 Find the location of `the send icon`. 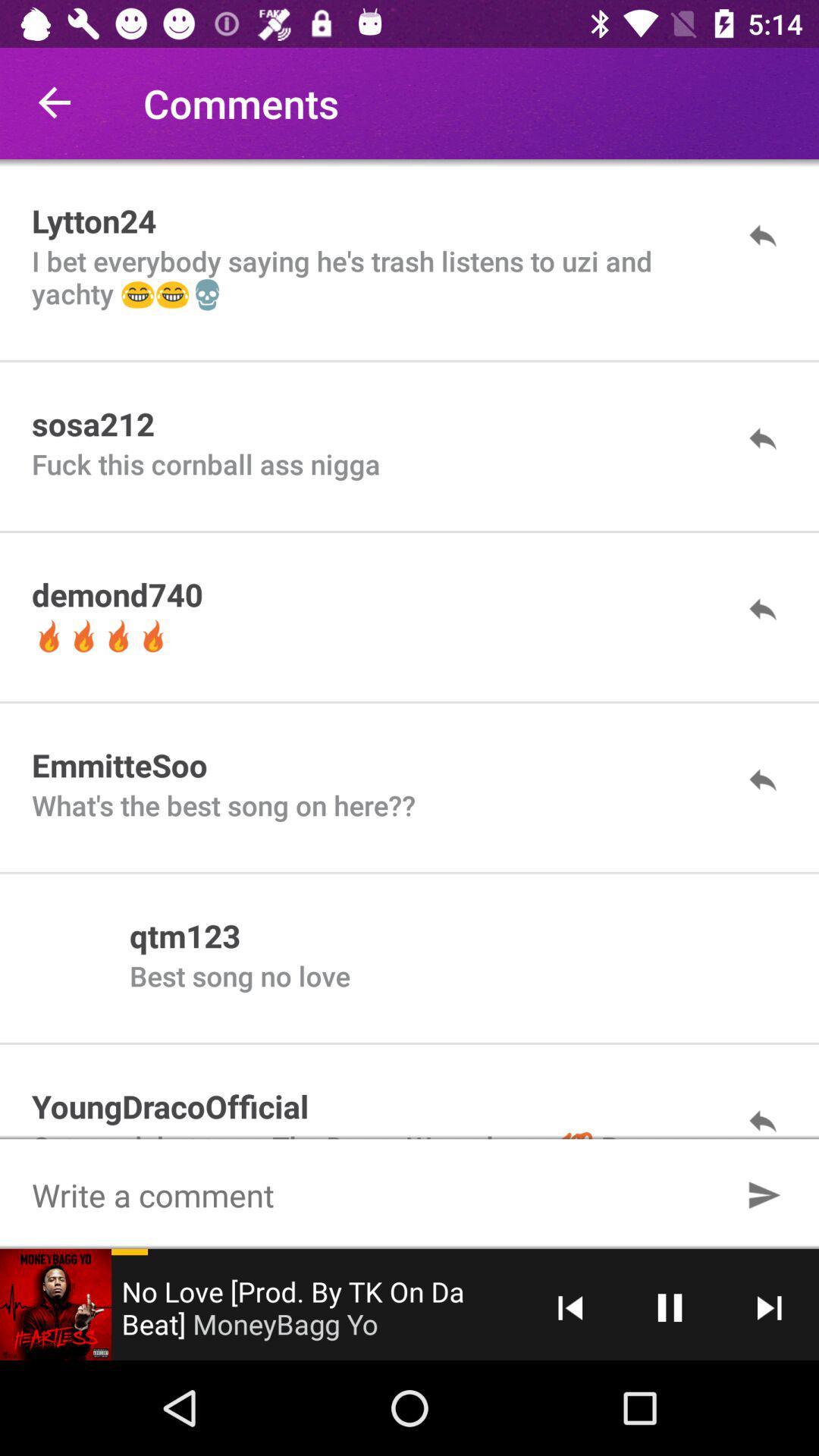

the send icon is located at coordinates (764, 1194).